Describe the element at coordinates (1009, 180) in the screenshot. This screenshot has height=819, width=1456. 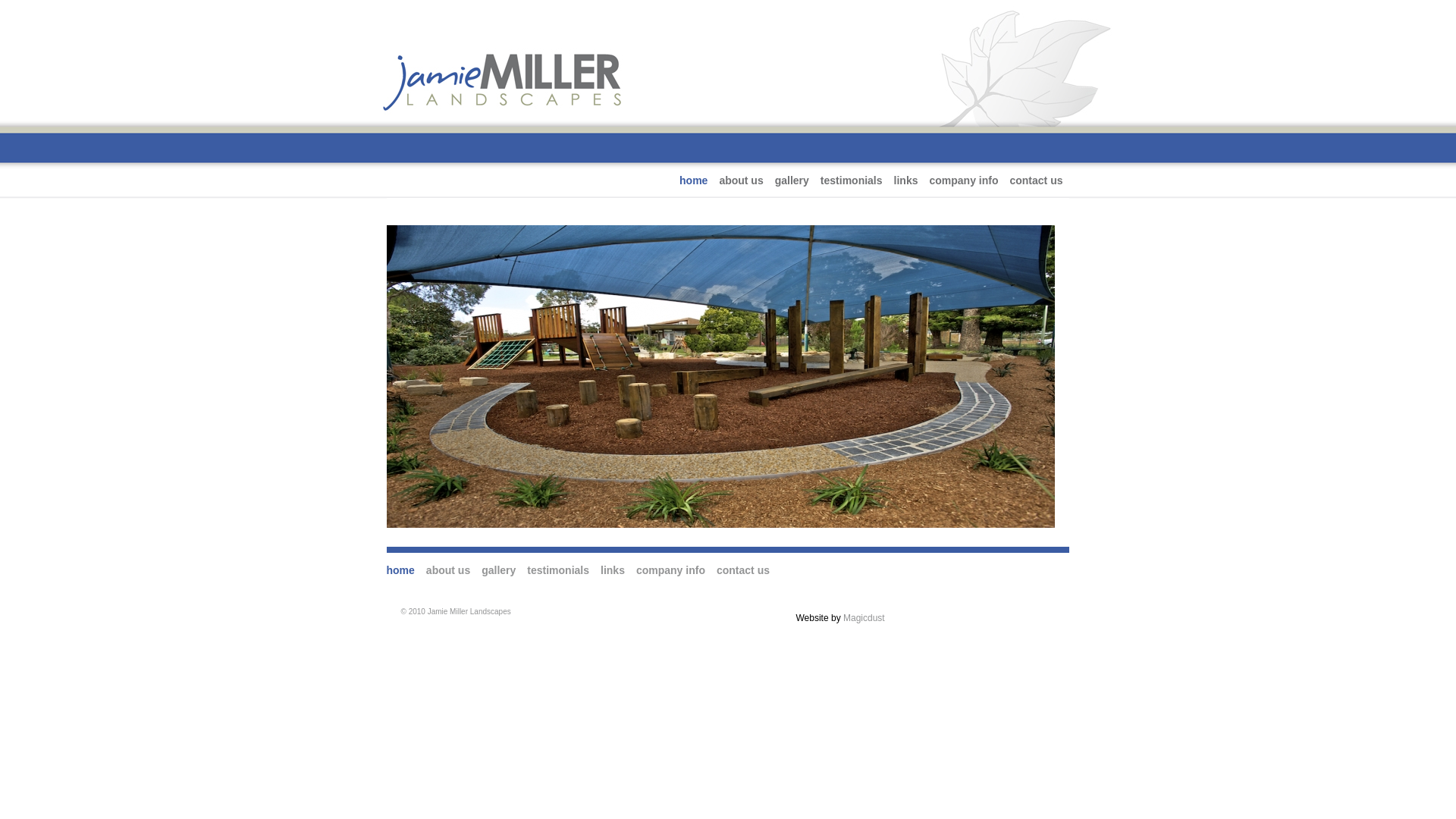
I see `'contact us'` at that location.